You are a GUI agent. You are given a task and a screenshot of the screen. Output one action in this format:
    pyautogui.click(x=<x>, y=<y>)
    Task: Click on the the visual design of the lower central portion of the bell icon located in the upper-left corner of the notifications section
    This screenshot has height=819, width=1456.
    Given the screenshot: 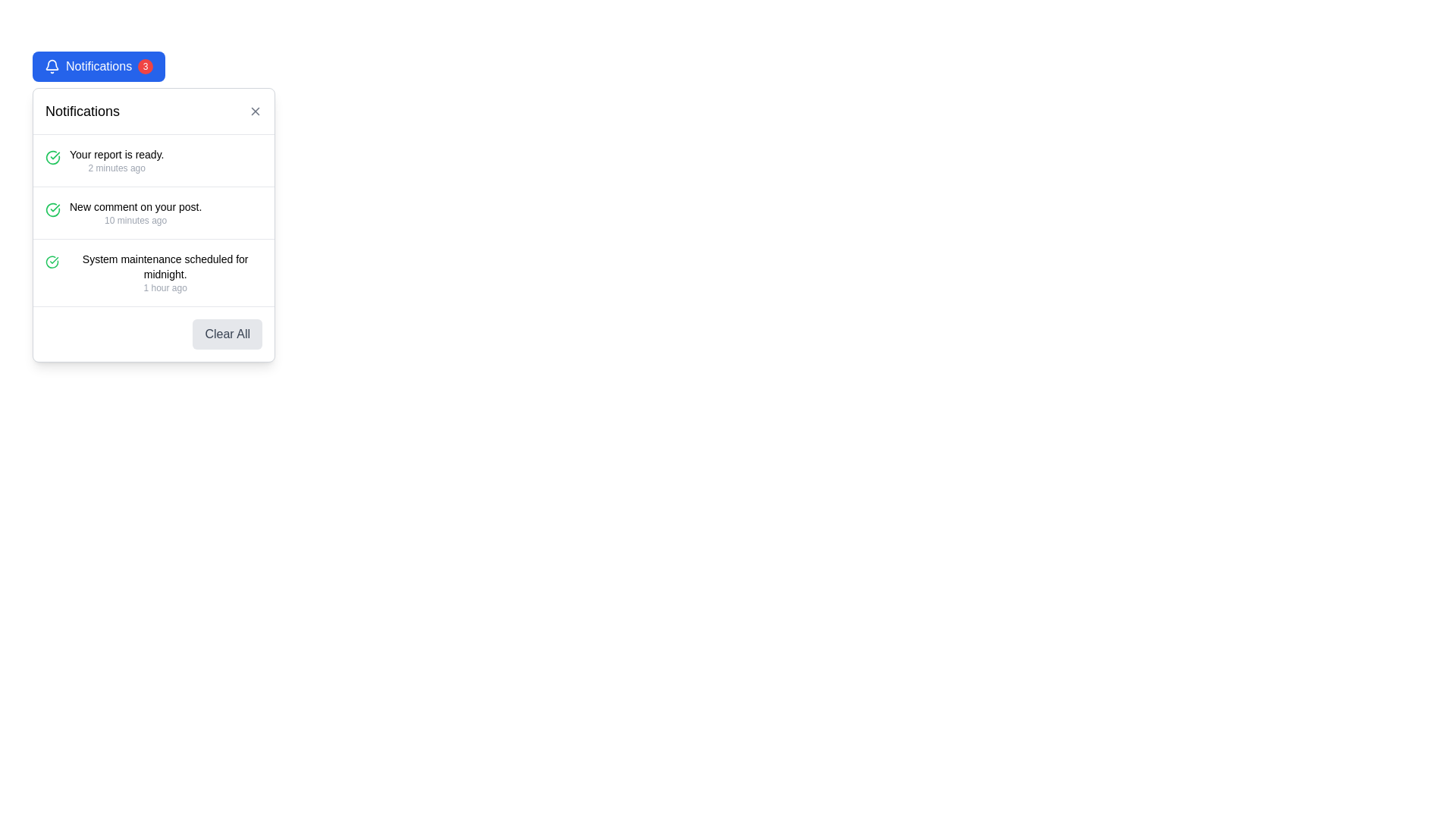 What is the action you would take?
    pyautogui.click(x=52, y=64)
    